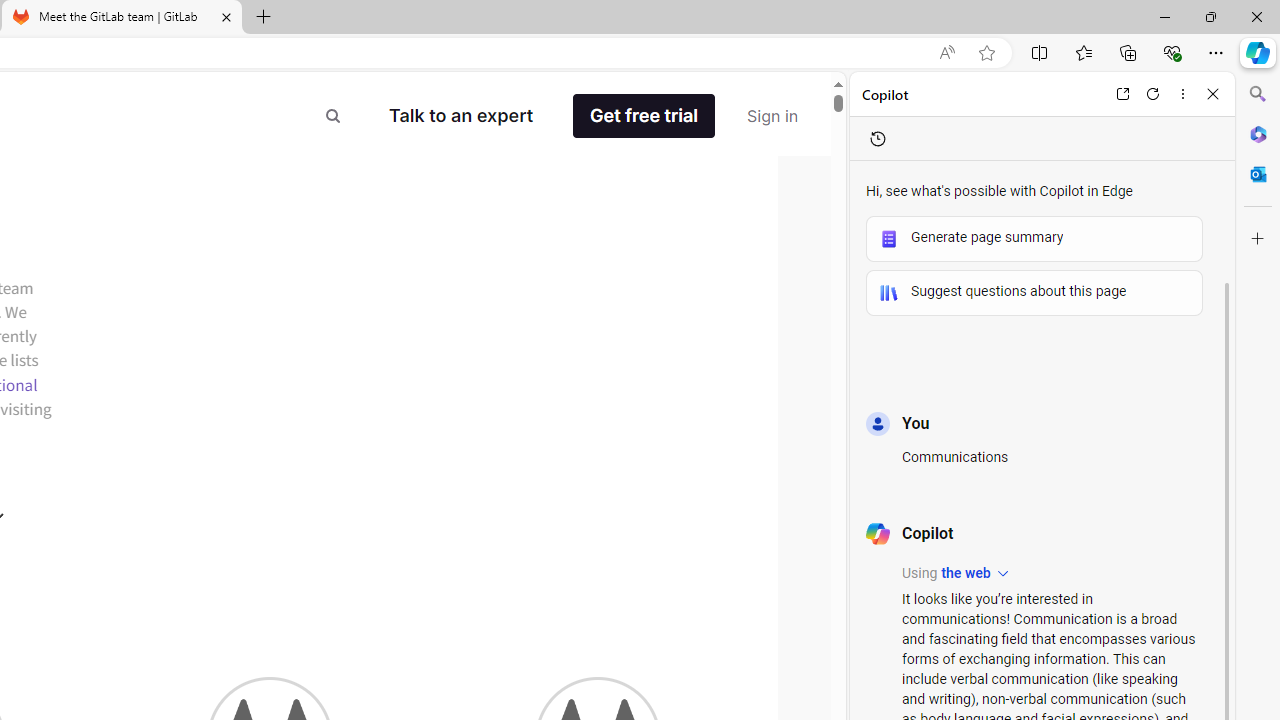  What do you see at coordinates (771, 115) in the screenshot?
I see `'Sign in'` at bounding box center [771, 115].